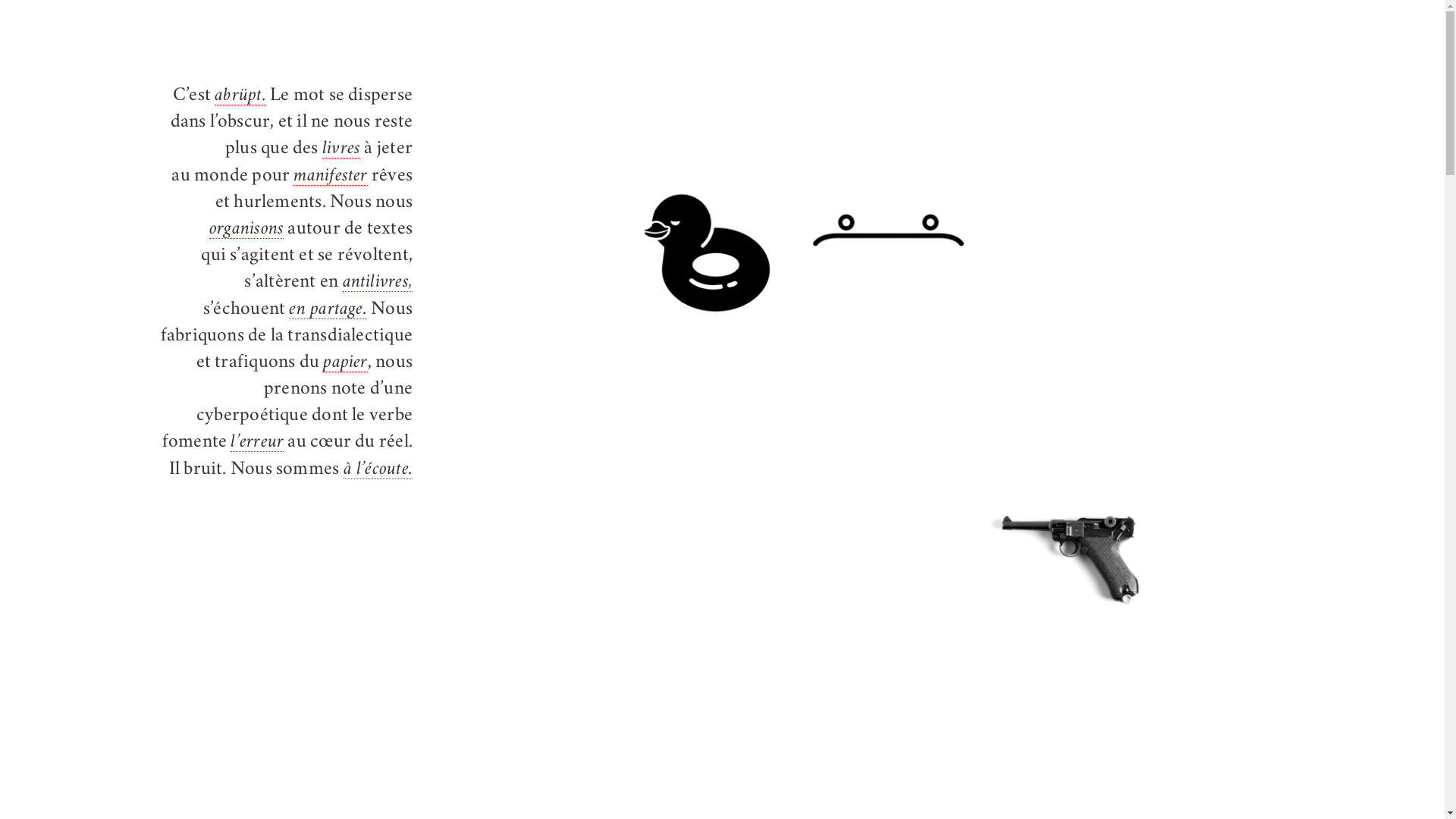 The width and height of the screenshot is (1456, 819). Describe the element at coordinates (344, 363) in the screenshot. I see `'papier'` at that location.